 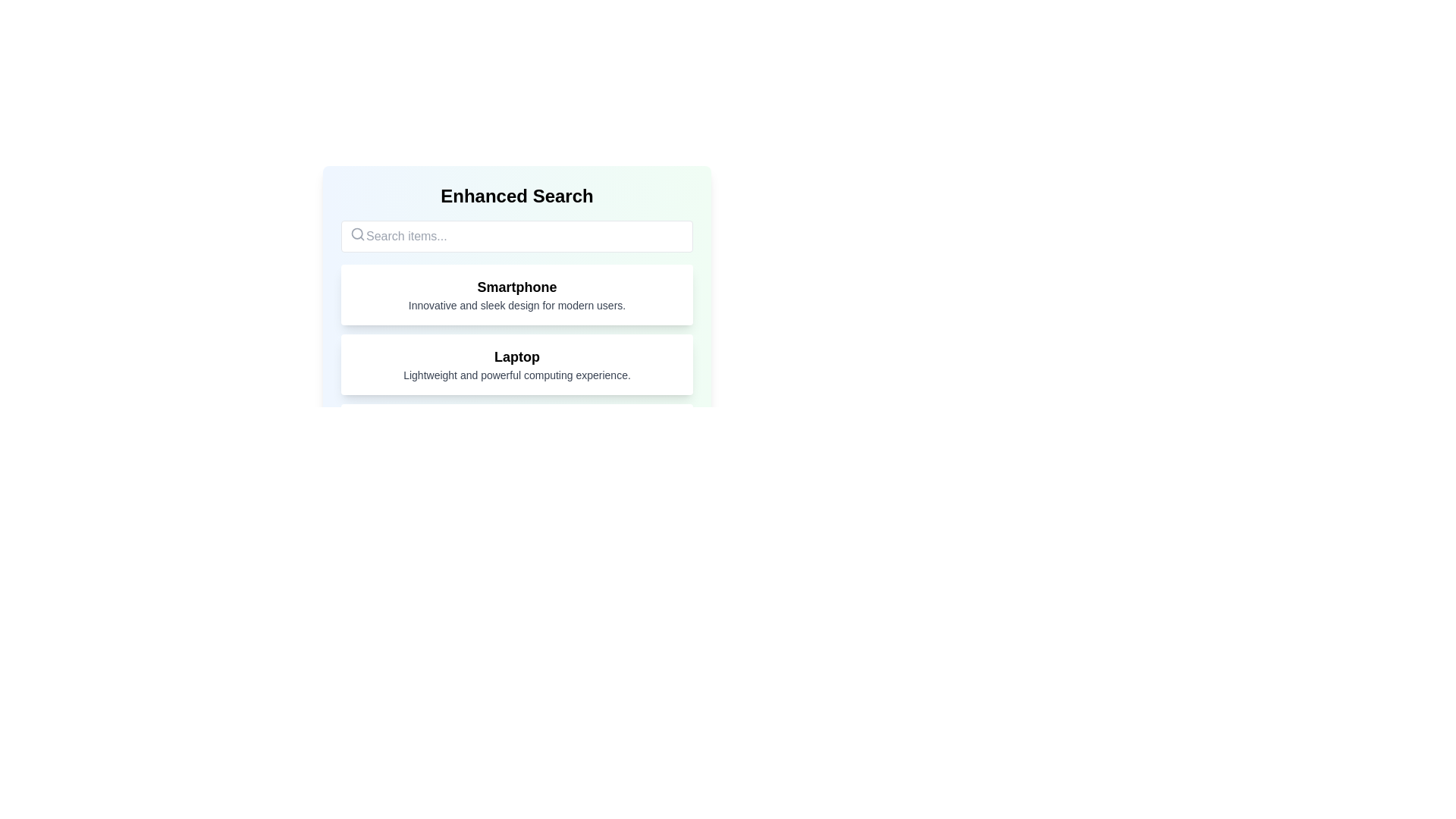 What do you see at coordinates (516, 295) in the screenshot?
I see `the first item card` at bounding box center [516, 295].